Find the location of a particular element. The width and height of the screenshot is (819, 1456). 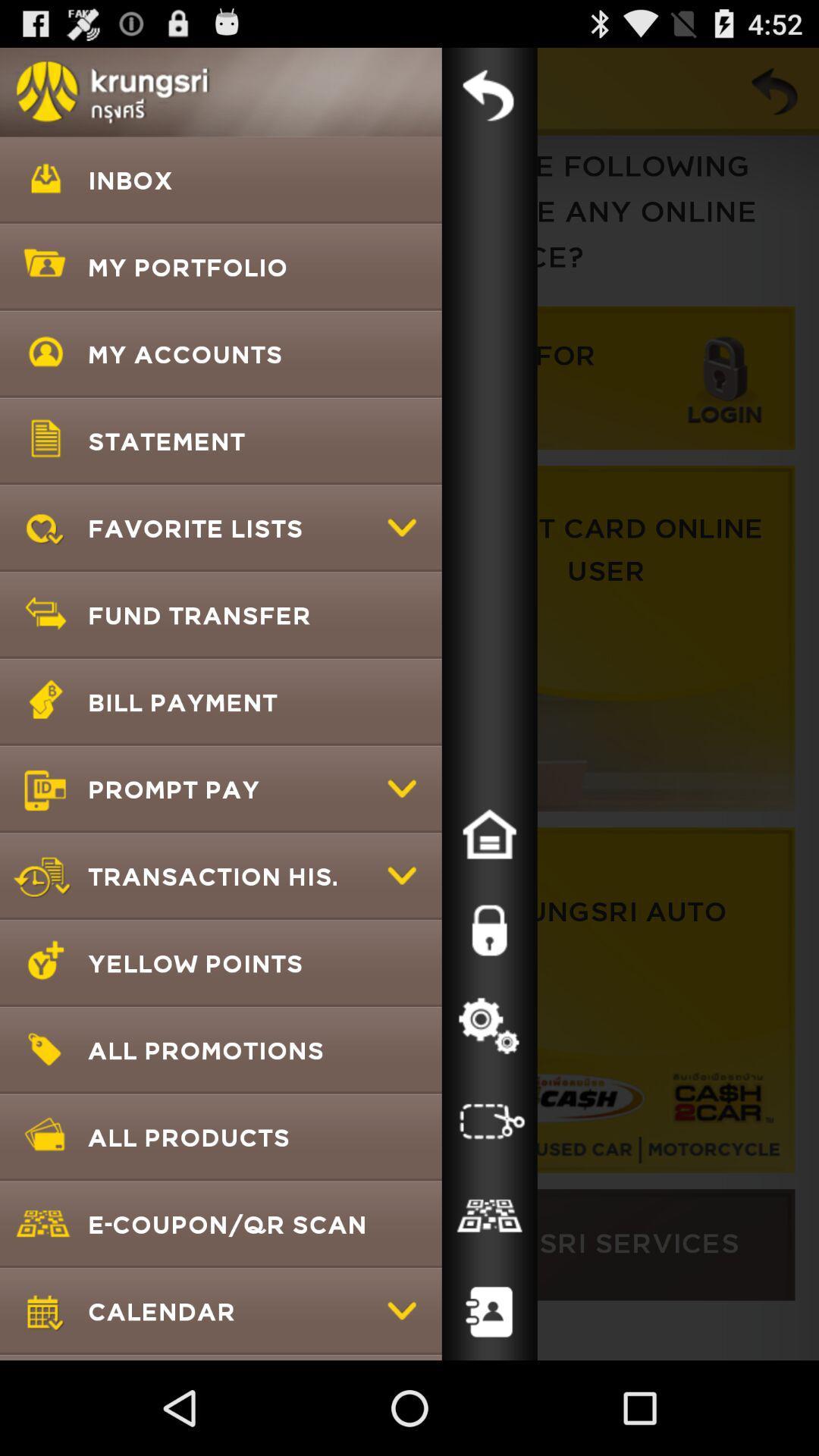

the follow icon is located at coordinates (489, 1404).